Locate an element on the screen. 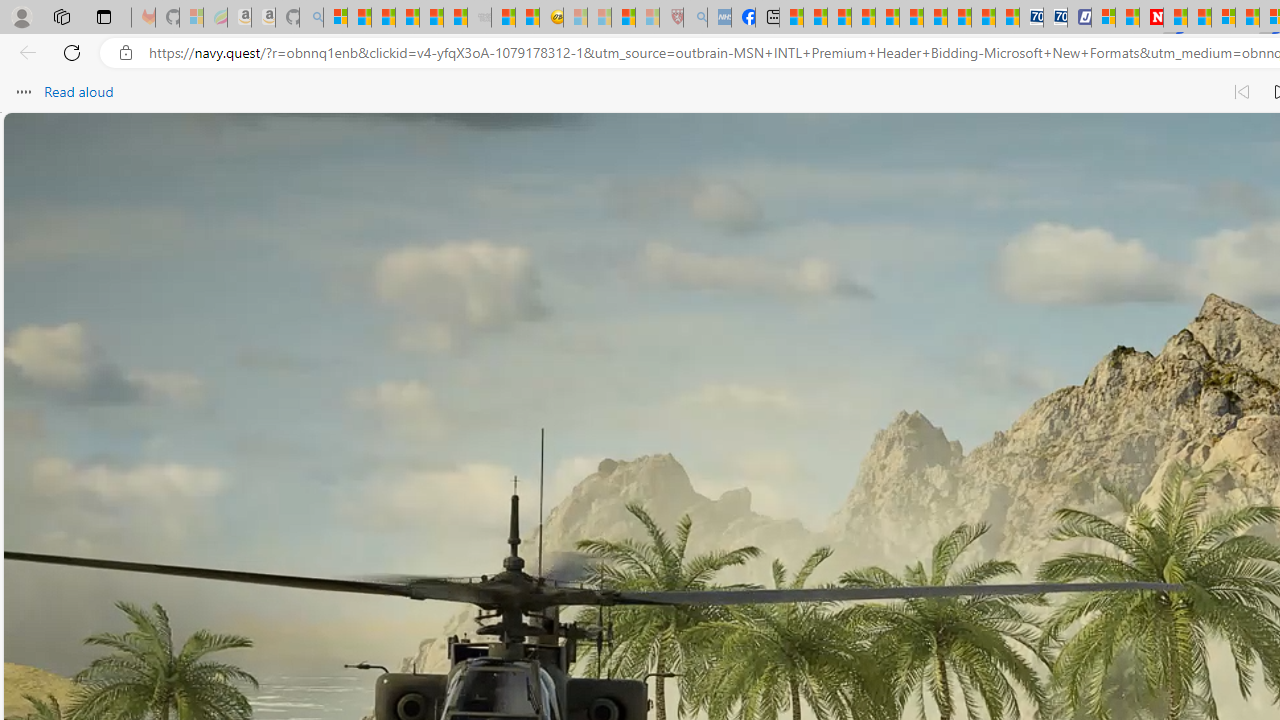  'Cheap Hotels - Save70.com' is located at coordinates (1055, 17).